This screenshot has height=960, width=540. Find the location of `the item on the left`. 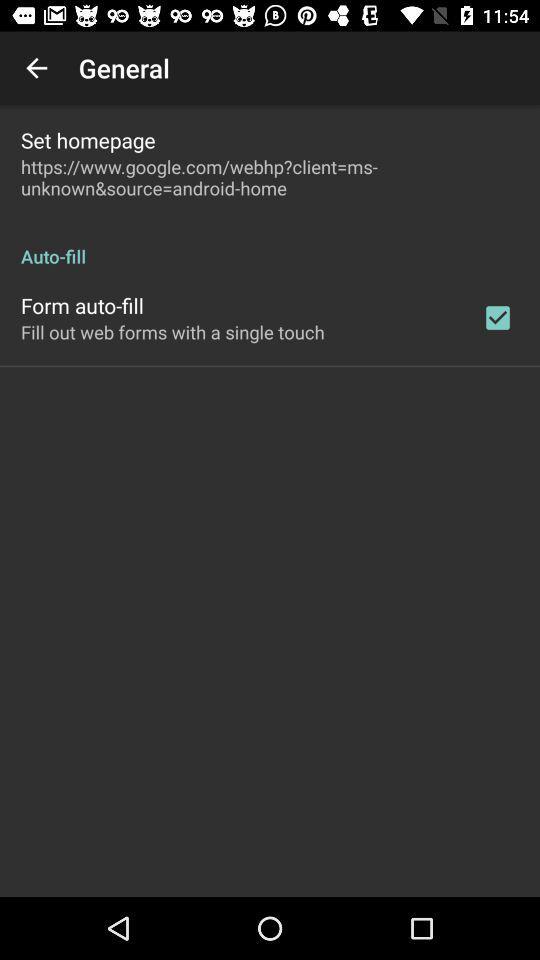

the item on the left is located at coordinates (172, 332).